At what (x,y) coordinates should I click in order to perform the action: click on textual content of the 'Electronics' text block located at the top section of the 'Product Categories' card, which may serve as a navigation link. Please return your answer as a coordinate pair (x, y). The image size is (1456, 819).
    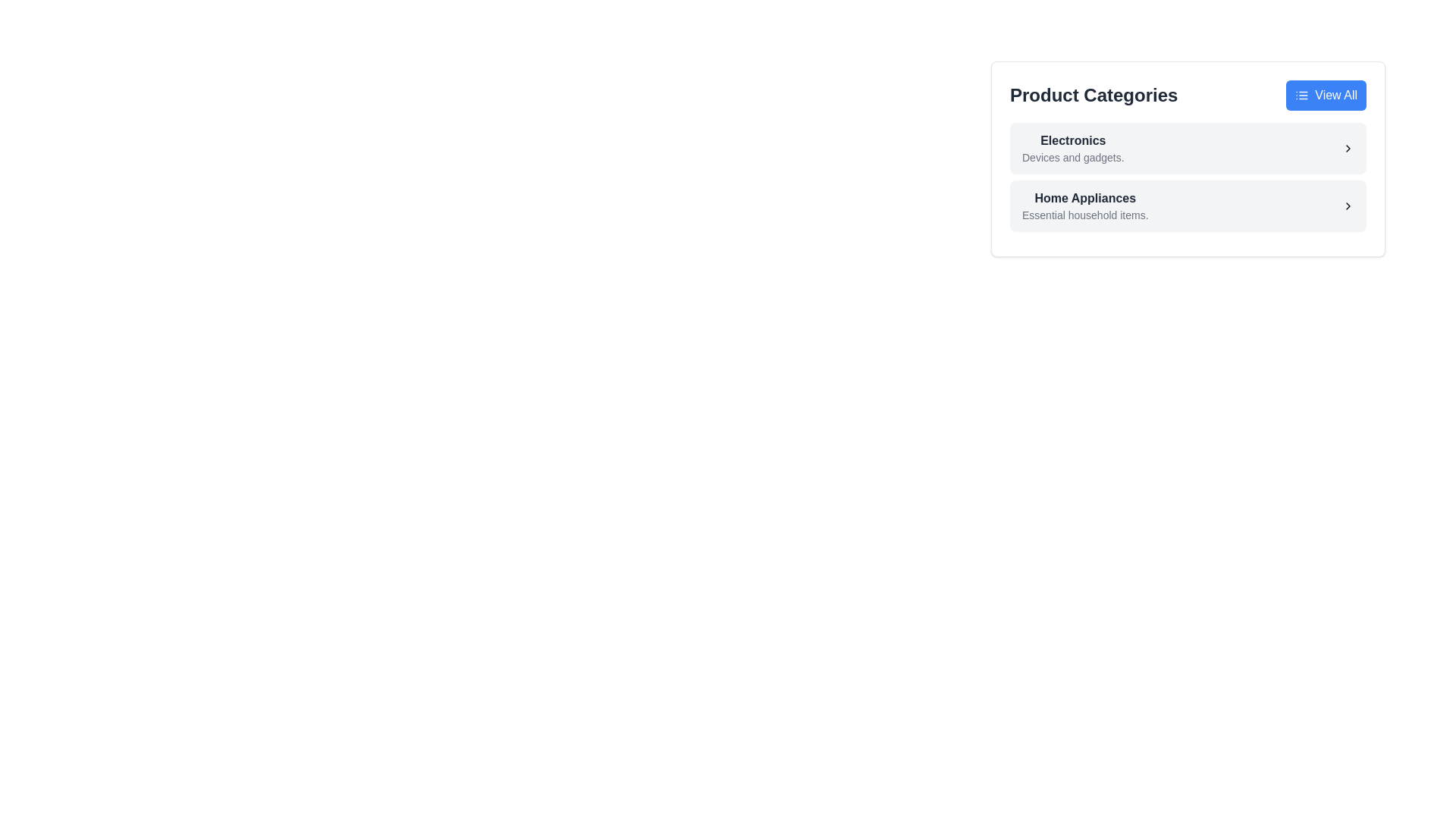
    Looking at the image, I should click on (1072, 149).